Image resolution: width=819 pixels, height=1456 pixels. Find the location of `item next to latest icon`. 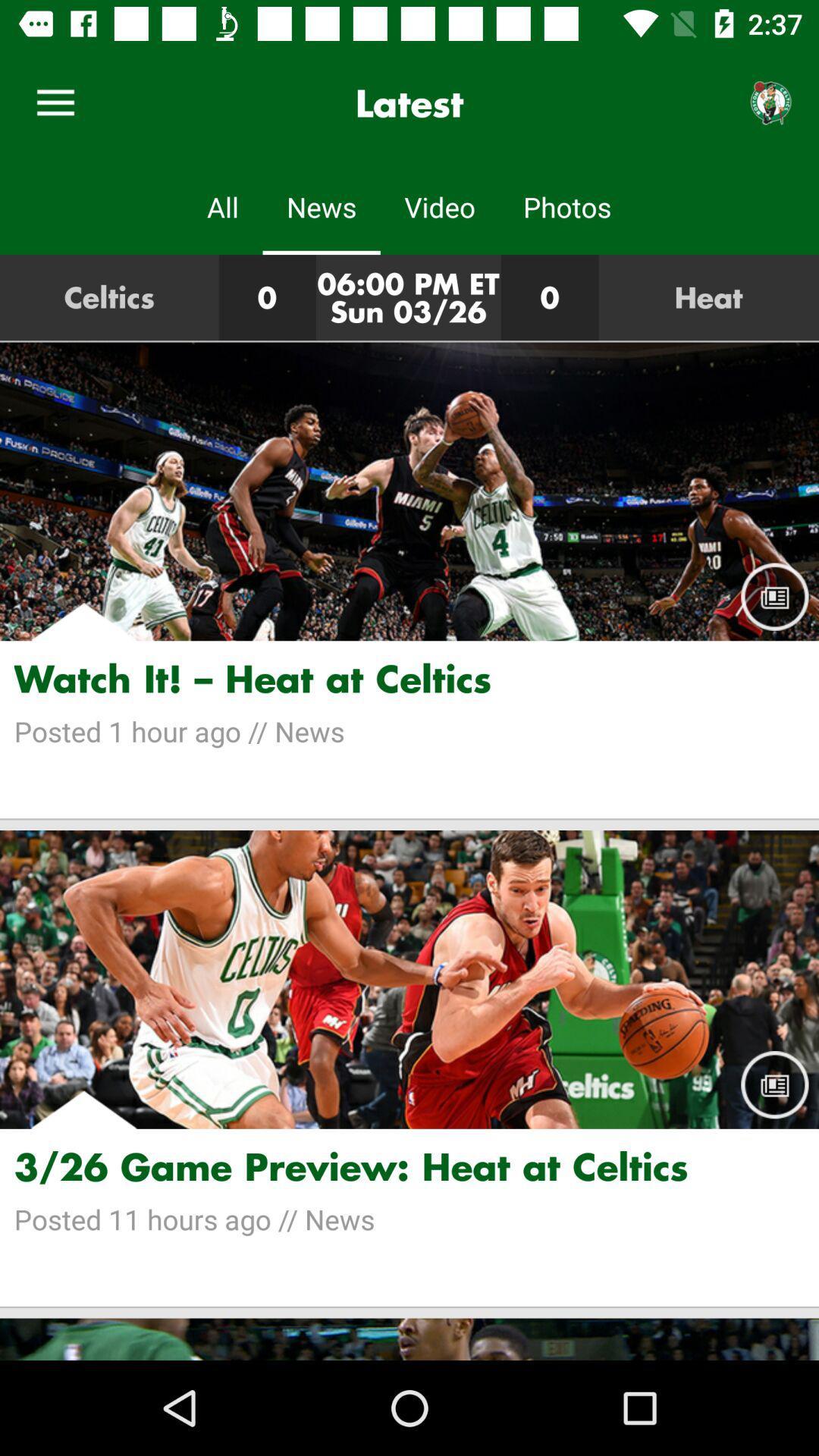

item next to latest icon is located at coordinates (771, 102).